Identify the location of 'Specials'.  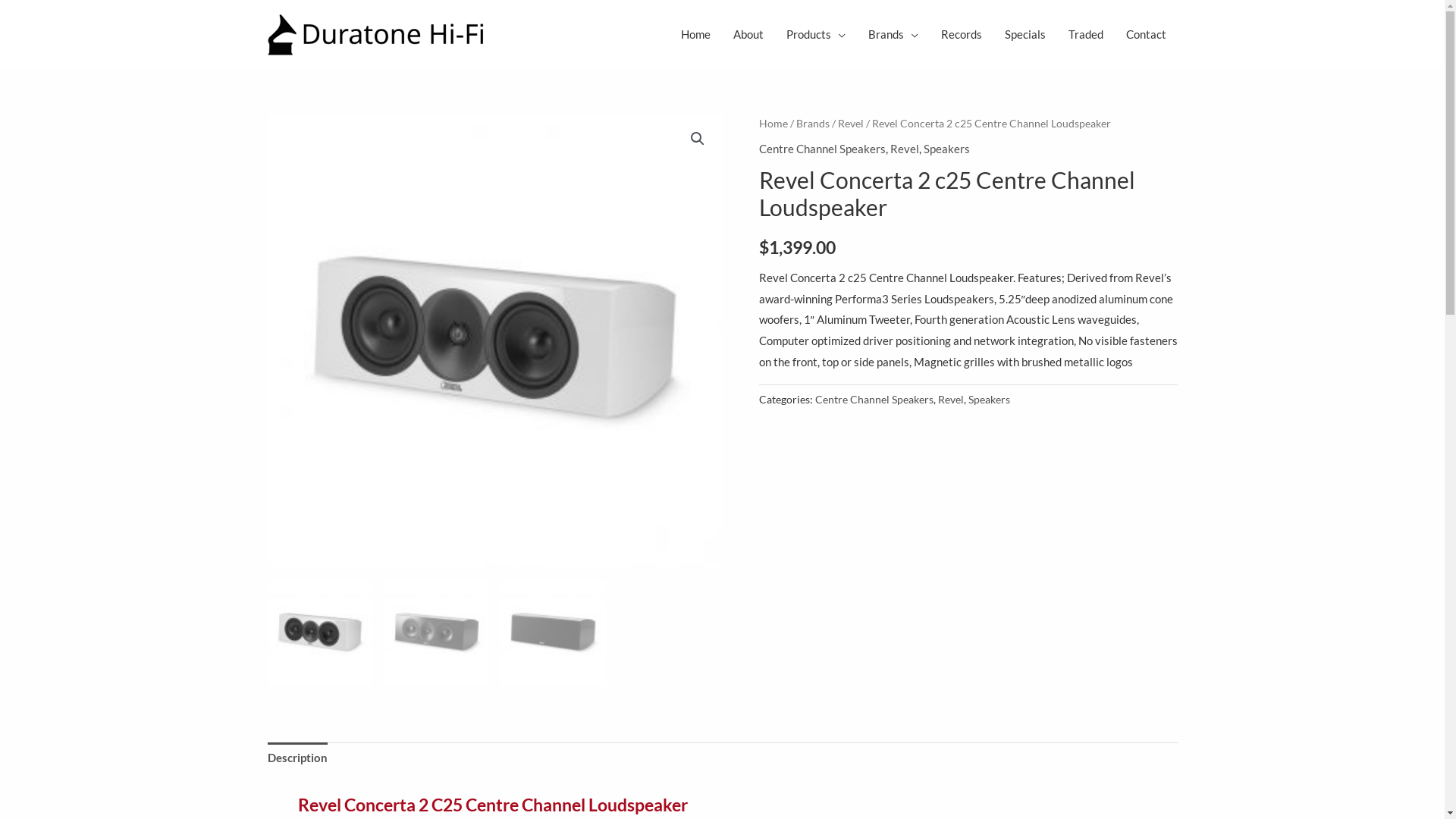
(993, 34).